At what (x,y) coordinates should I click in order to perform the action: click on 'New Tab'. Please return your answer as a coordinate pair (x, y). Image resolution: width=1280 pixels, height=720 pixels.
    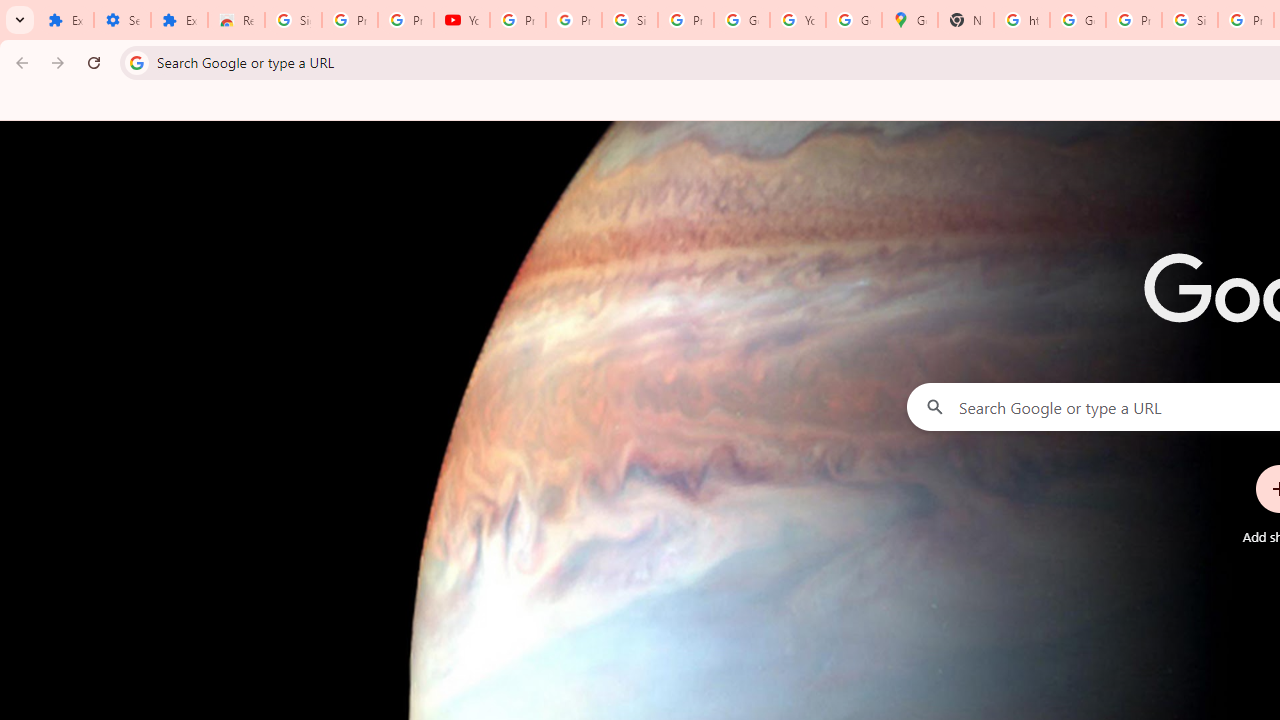
    Looking at the image, I should click on (966, 20).